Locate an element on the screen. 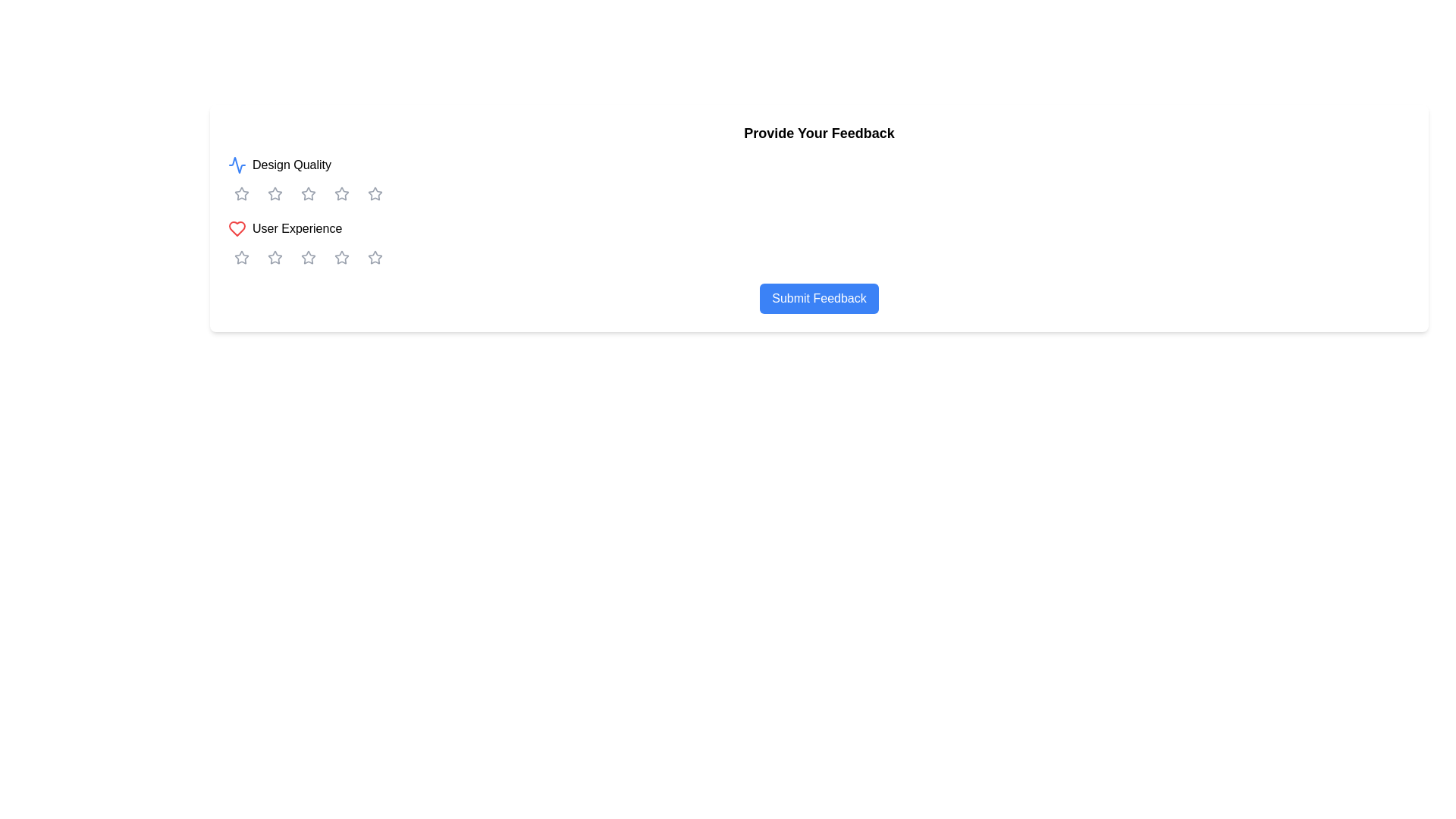 This screenshot has width=1456, height=819. the heart icon representing the rating or favorite functionality is located at coordinates (236, 228).